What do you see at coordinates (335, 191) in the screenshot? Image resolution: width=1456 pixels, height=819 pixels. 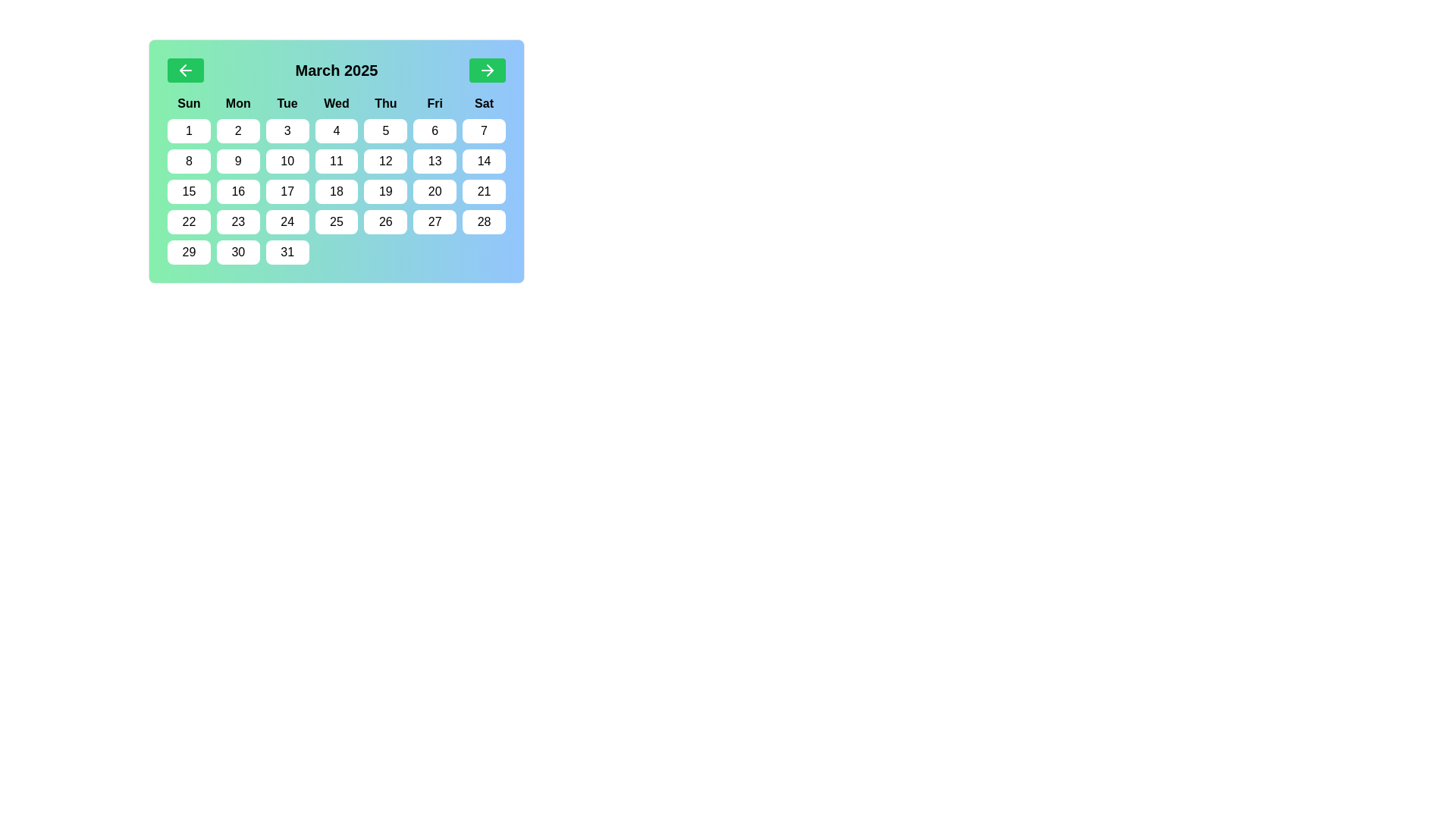 I see `the button representing the calendar date '18'` at bounding box center [335, 191].